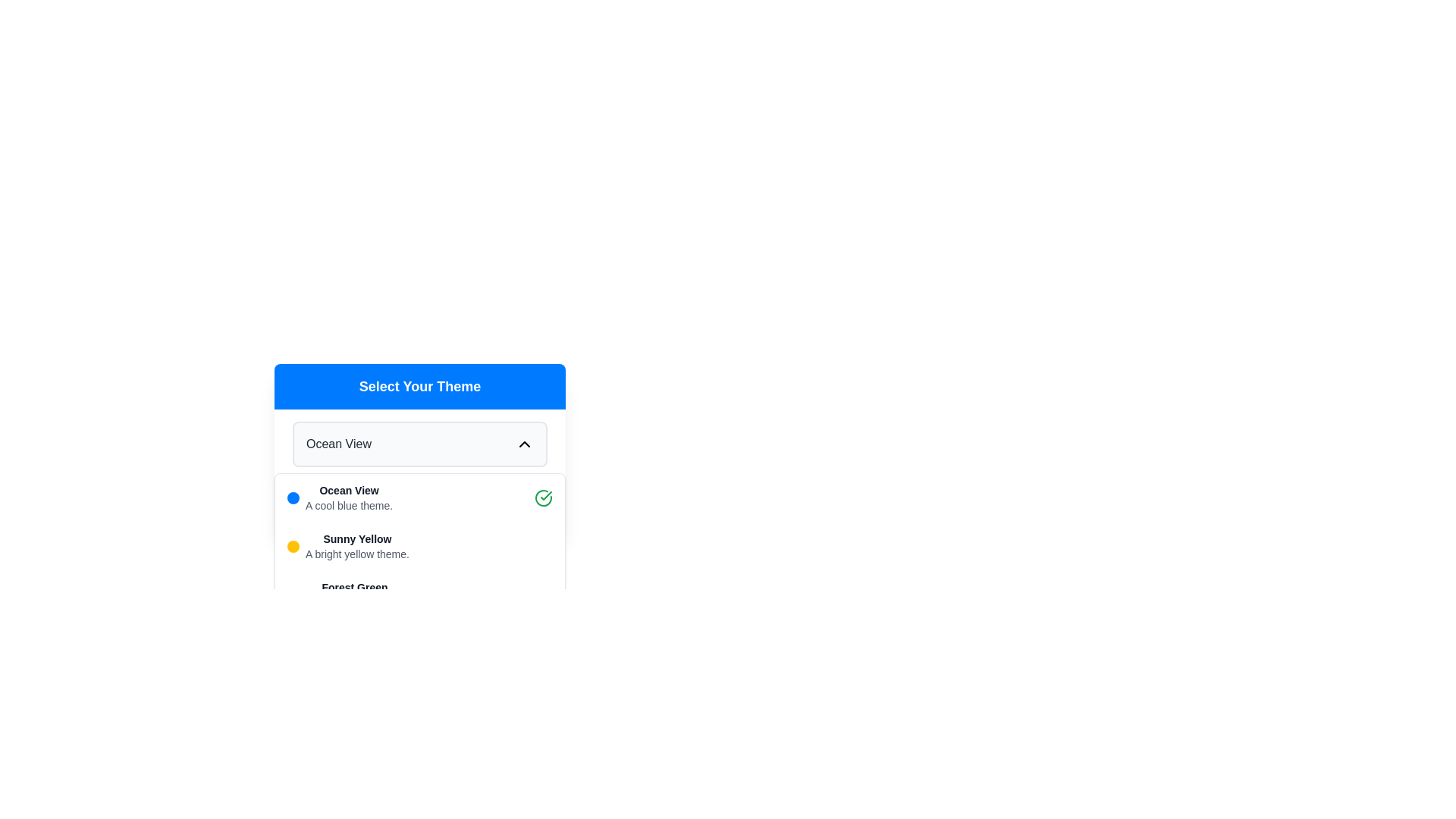  What do you see at coordinates (419, 595) in the screenshot?
I see `the 'Forest Green' option in the dropdown menu, which is the third item below 'Sunny Yellow'` at bounding box center [419, 595].